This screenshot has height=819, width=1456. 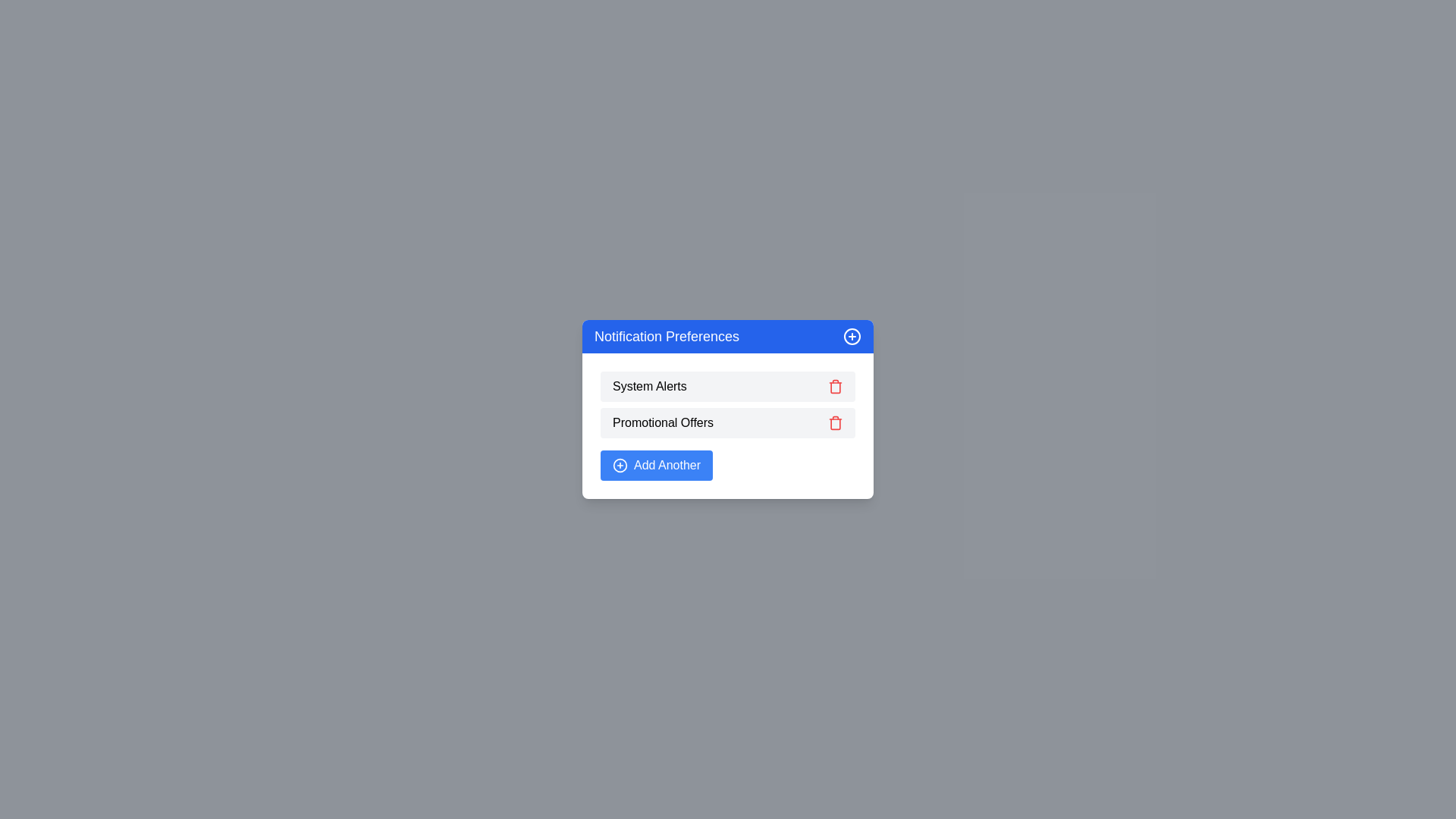 What do you see at coordinates (852, 335) in the screenshot?
I see `the circular plus button with a blue background located in the top-right corner of the header section labeled 'Notification Preferences'` at bounding box center [852, 335].